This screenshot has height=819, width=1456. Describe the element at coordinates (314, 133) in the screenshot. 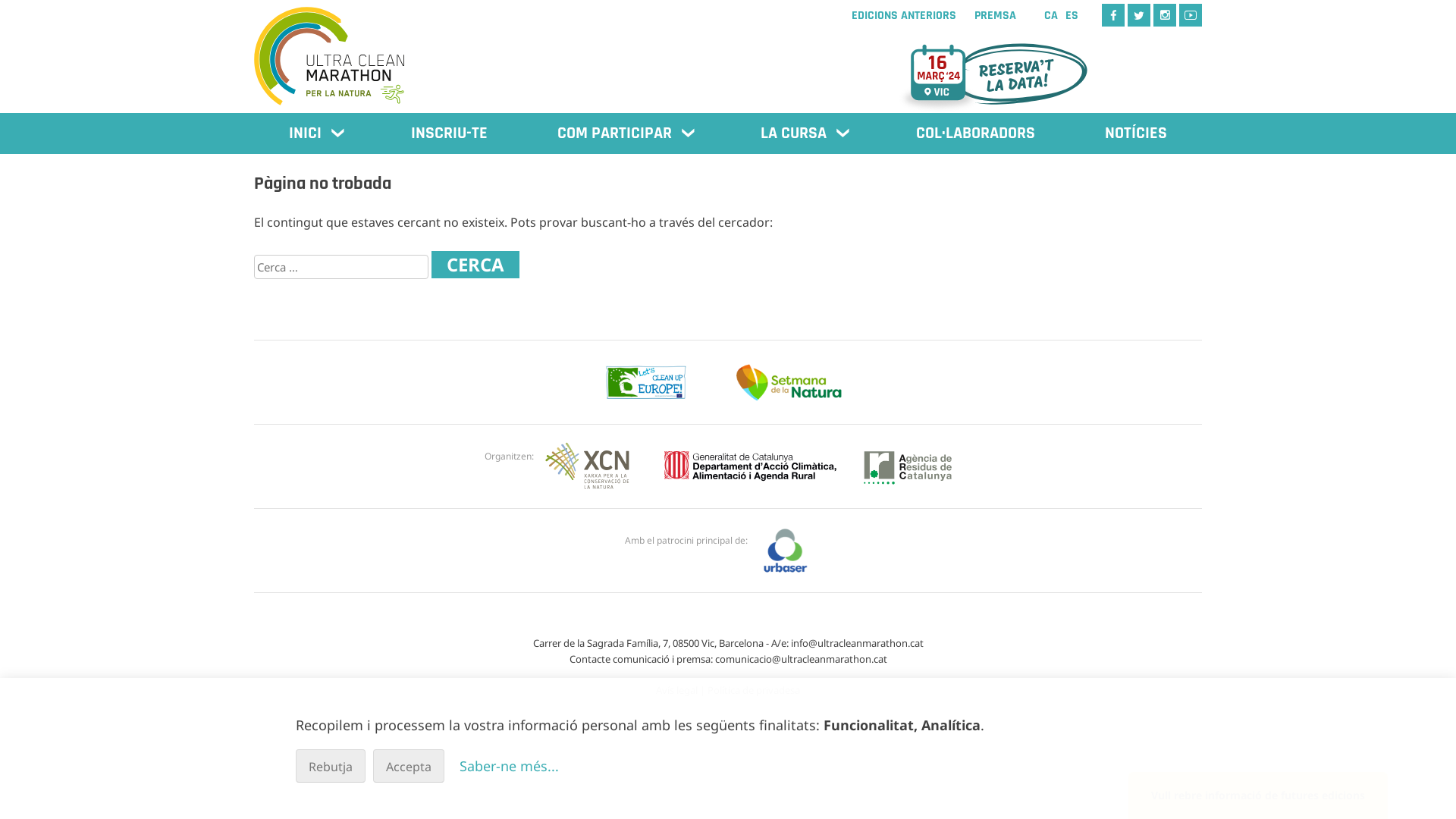

I see `'INICI'` at that location.